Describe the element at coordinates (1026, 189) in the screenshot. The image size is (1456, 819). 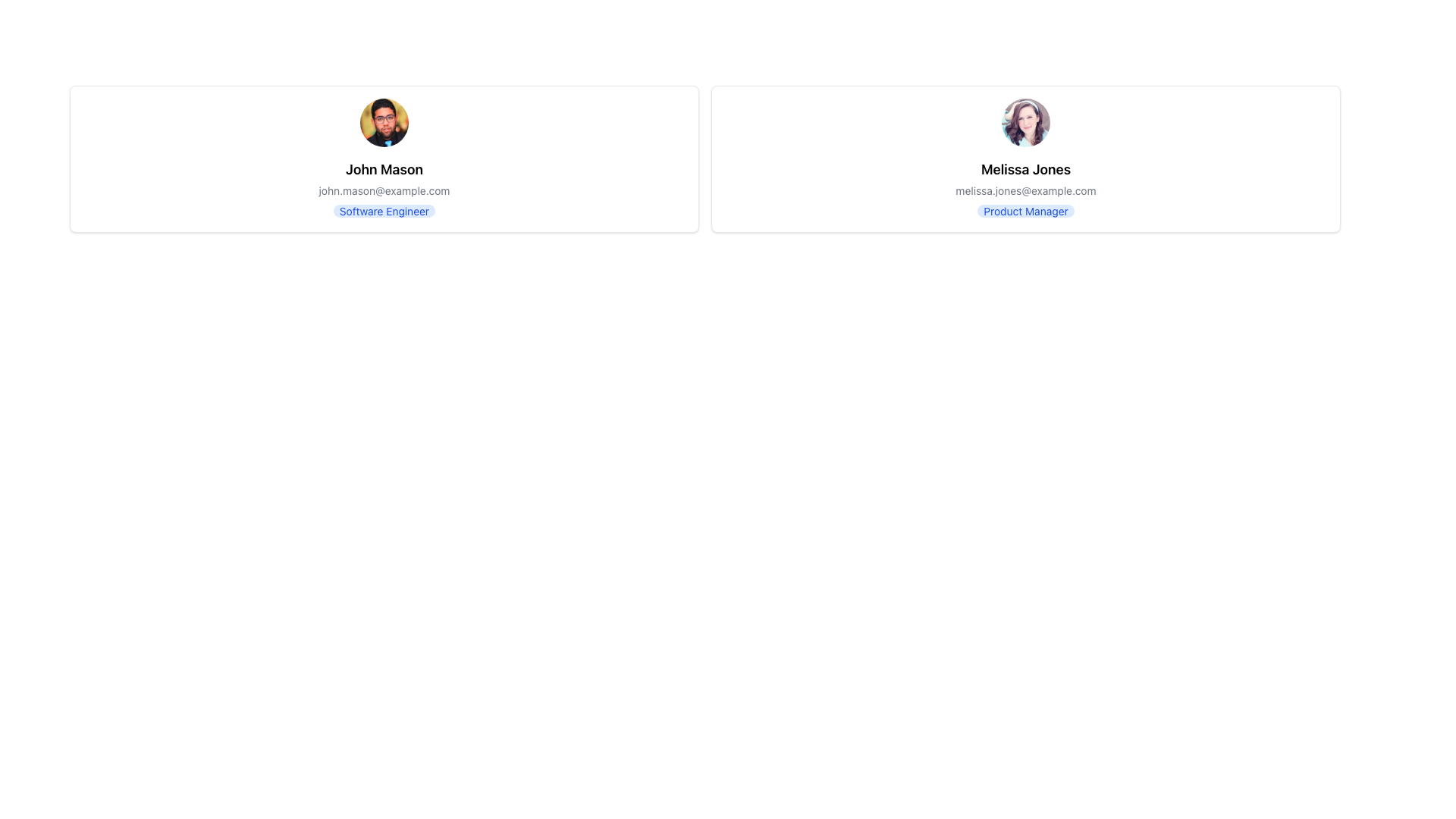
I see `the role badge labeled 'Product Manager' in the informative text block of Melissa Jones to get more information about the role` at that location.